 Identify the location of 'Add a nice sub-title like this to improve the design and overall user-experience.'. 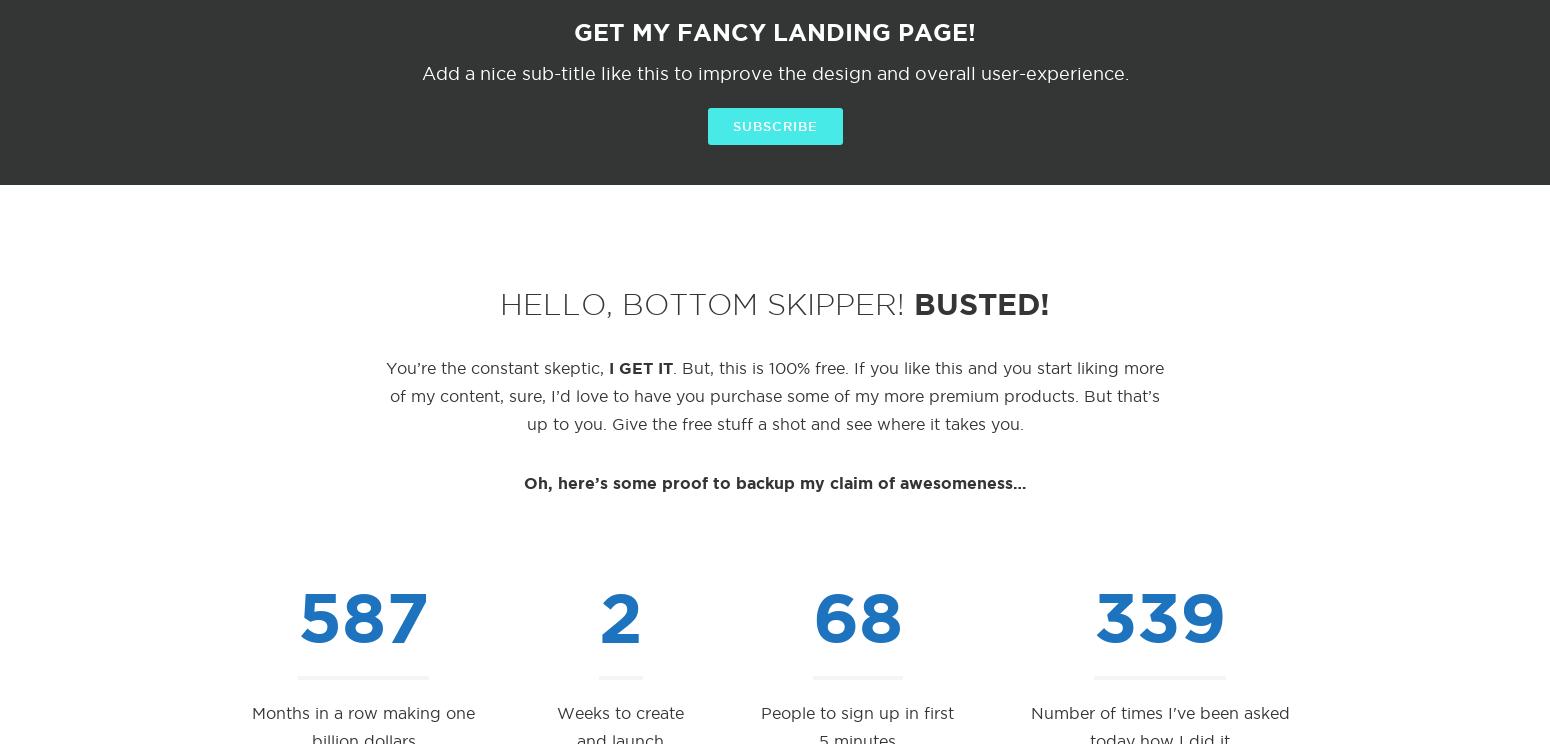
(420, 73).